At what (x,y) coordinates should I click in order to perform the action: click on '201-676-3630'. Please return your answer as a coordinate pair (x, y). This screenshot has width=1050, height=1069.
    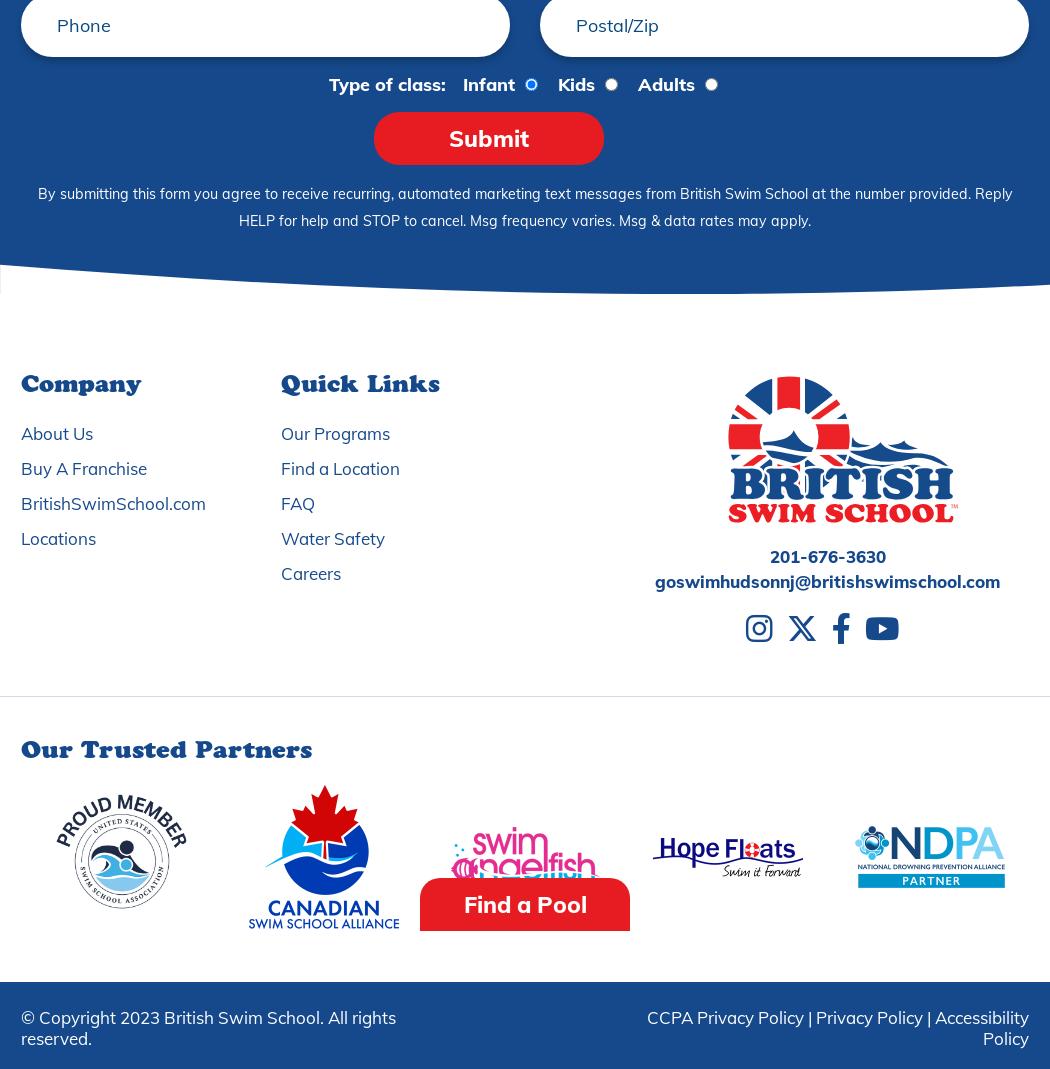
    Looking at the image, I should click on (769, 556).